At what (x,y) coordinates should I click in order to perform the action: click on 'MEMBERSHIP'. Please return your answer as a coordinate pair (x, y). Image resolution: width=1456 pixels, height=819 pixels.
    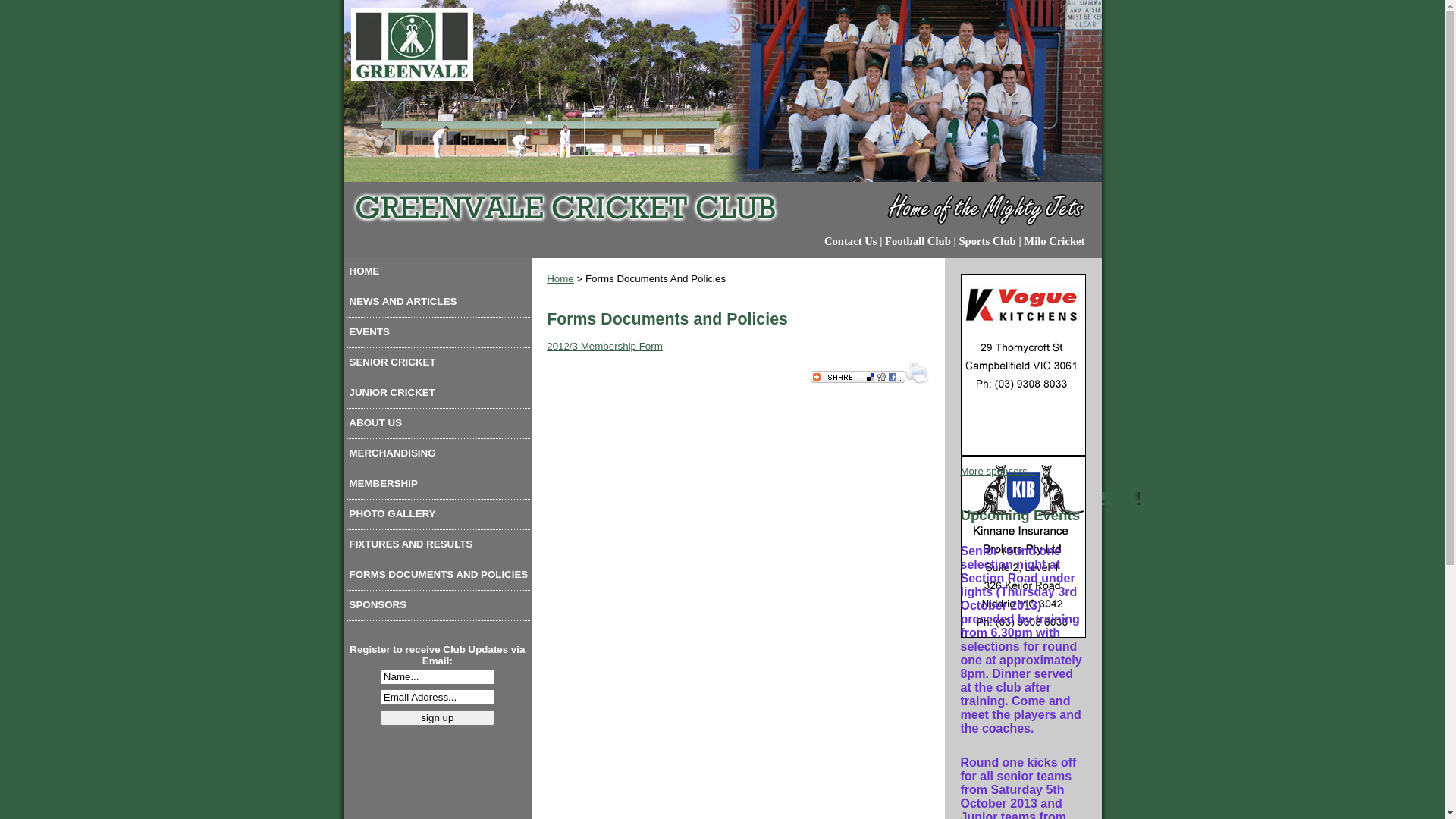
    Looking at the image, I should click on (438, 486).